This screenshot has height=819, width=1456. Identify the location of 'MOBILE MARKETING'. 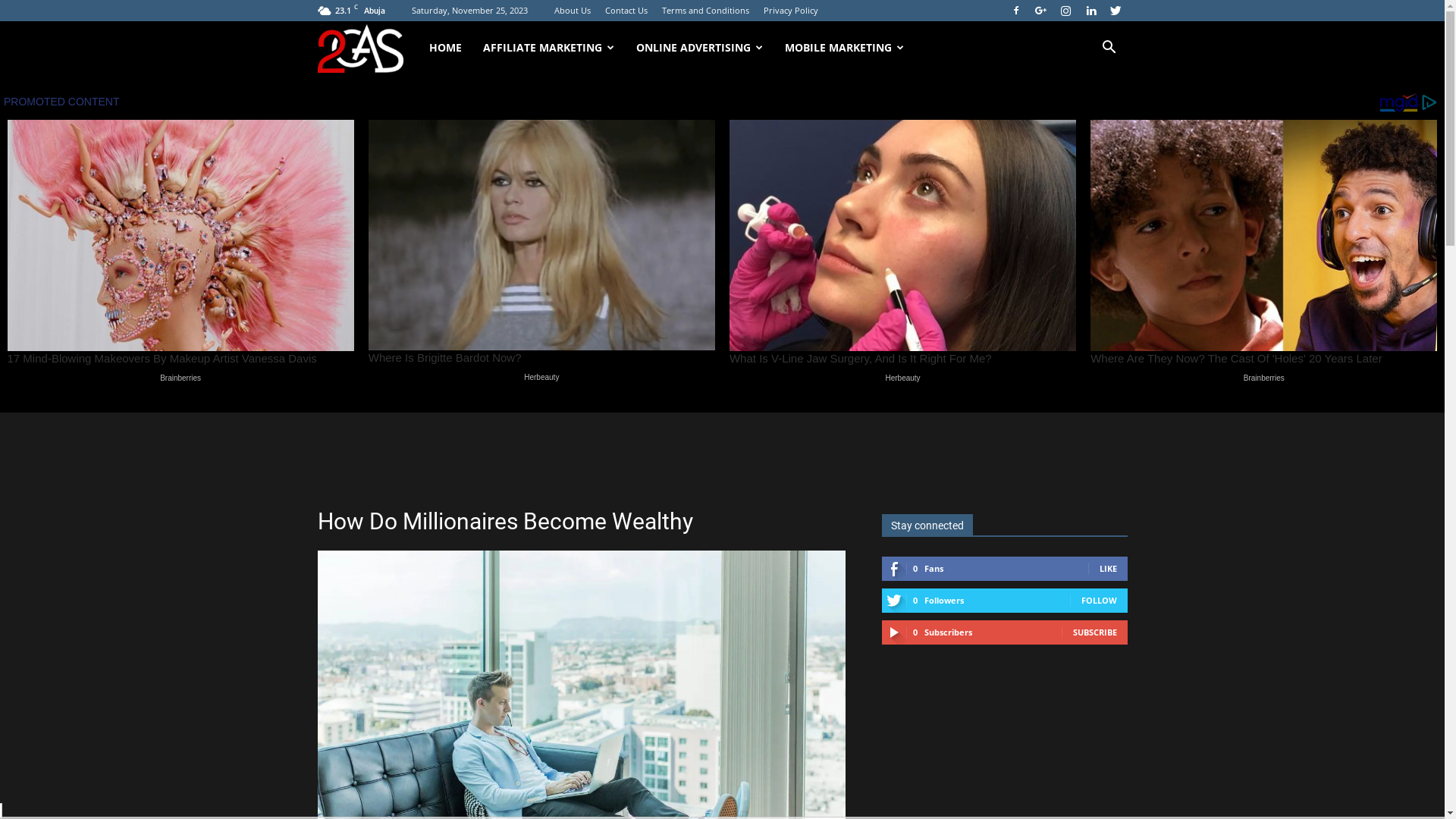
(774, 46).